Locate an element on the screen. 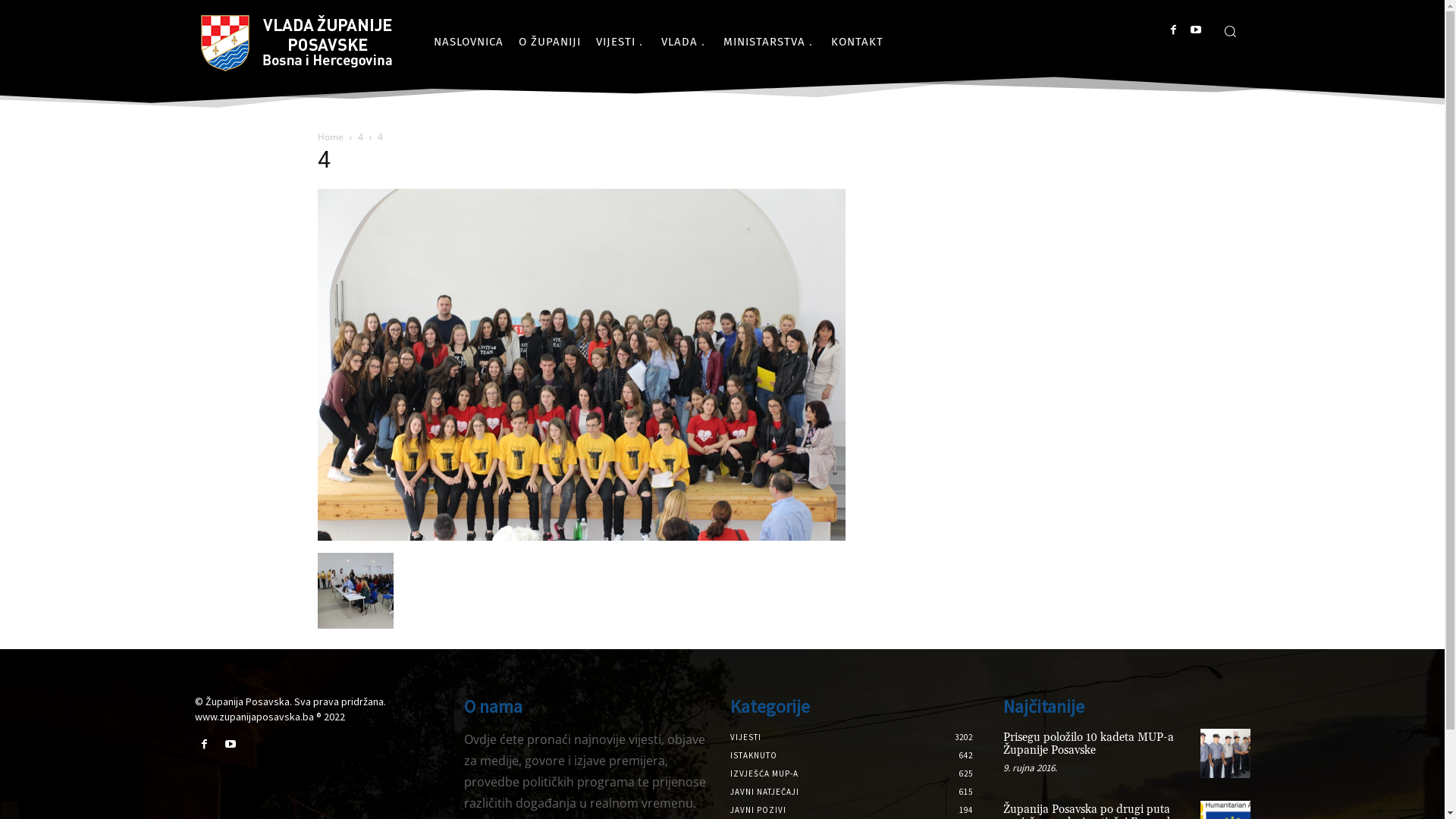 Image resolution: width=1456 pixels, height=819 pixels. 'Youtube' is located at coordinates (230, 744).